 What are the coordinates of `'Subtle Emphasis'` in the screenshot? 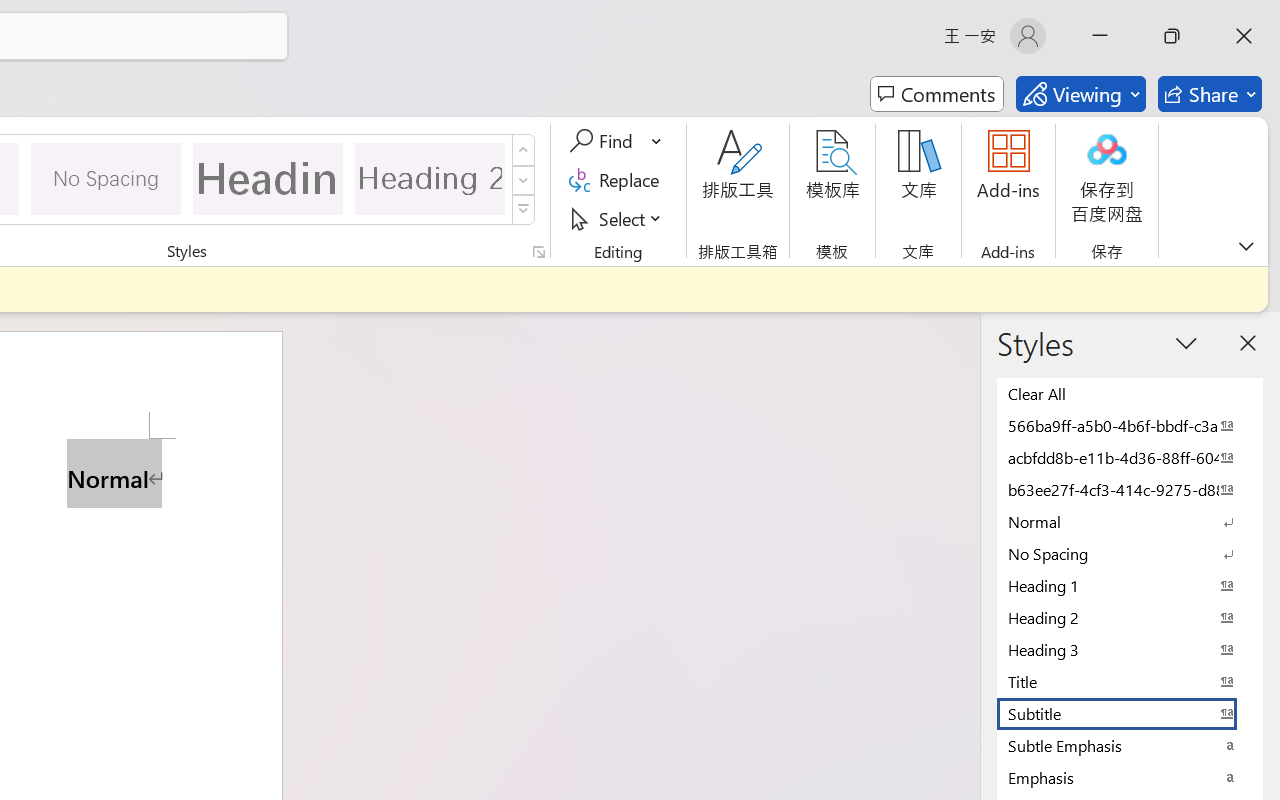 It's located at (1130, 745).